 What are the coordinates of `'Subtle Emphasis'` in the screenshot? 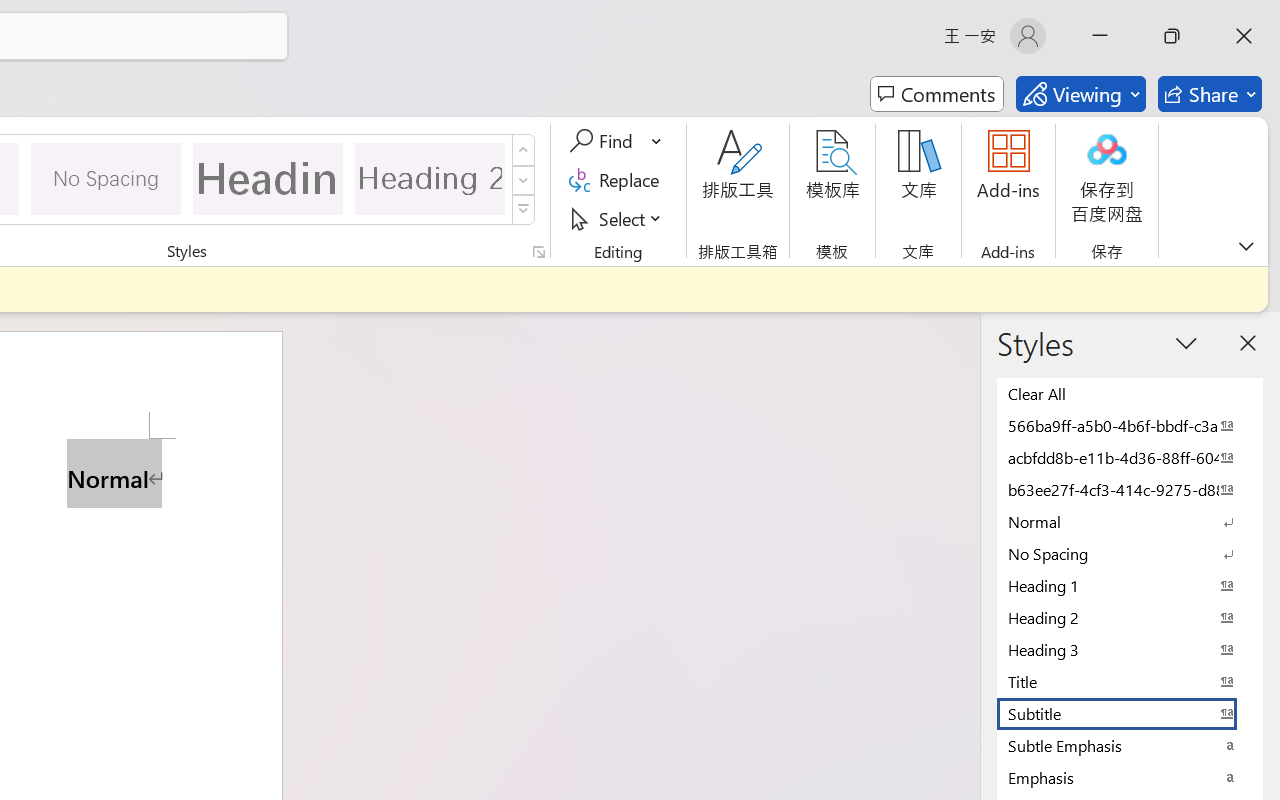 It's located at (1130, 745).